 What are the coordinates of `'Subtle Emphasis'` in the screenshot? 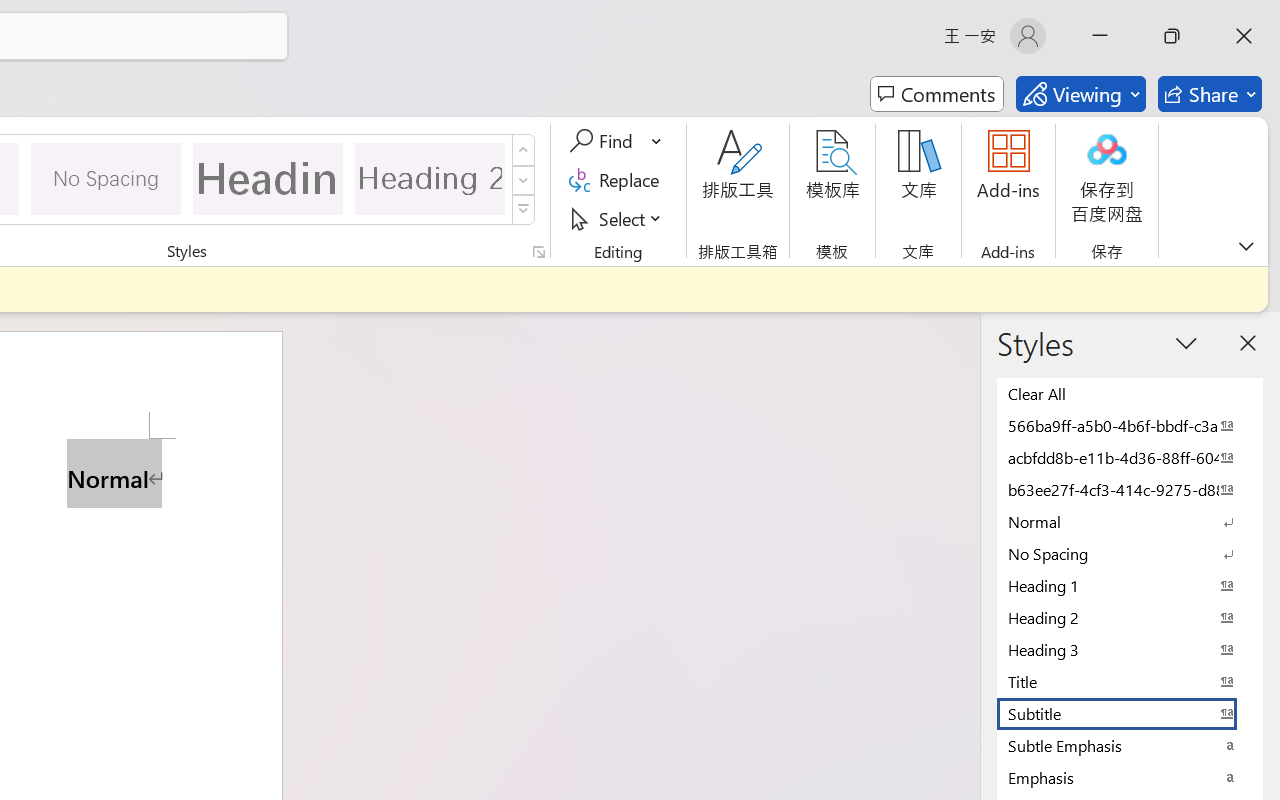 It's located at (1130, 745).